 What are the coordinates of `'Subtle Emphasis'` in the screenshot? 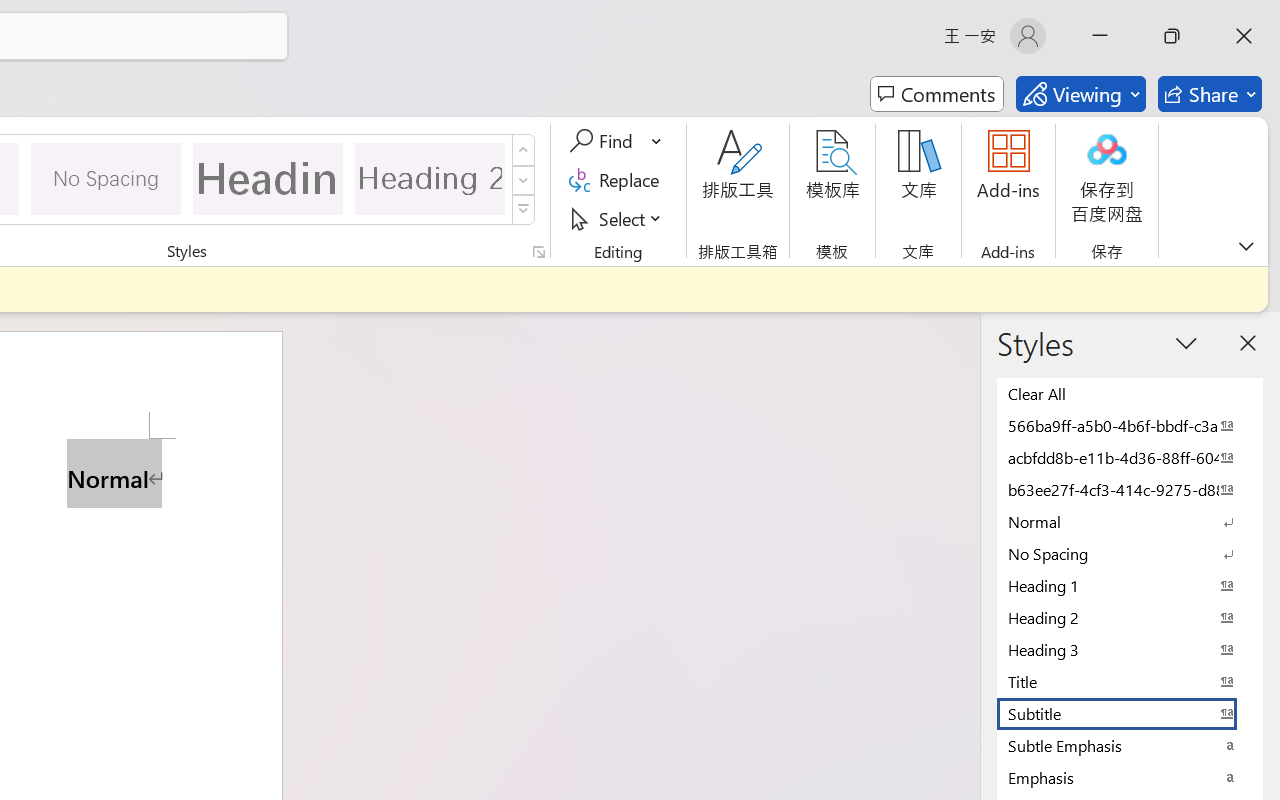 It's located at (1130, 745).